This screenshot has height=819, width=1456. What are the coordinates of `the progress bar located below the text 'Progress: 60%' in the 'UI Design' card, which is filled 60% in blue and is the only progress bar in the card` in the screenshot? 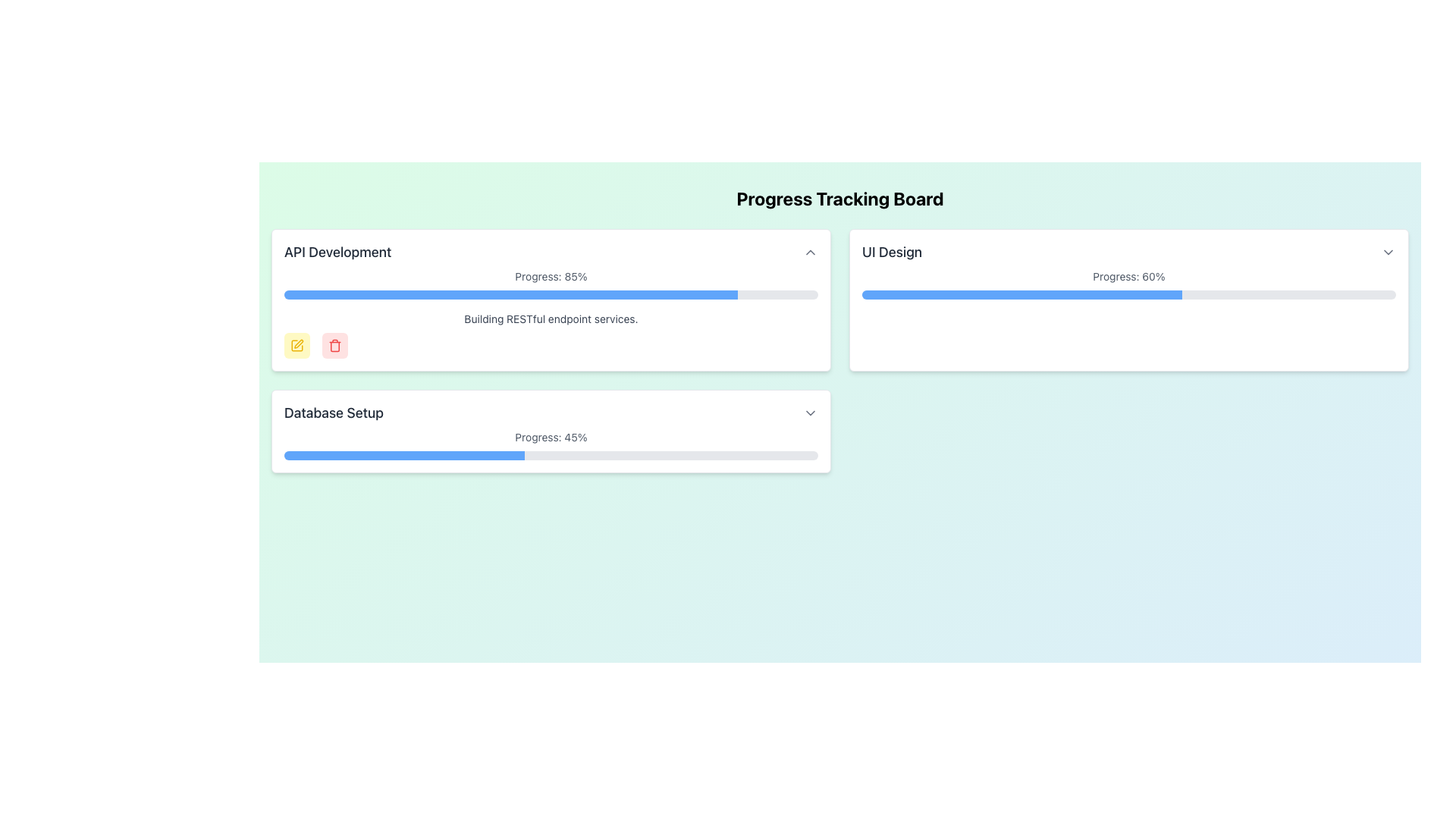 It's located at (1128, 295).